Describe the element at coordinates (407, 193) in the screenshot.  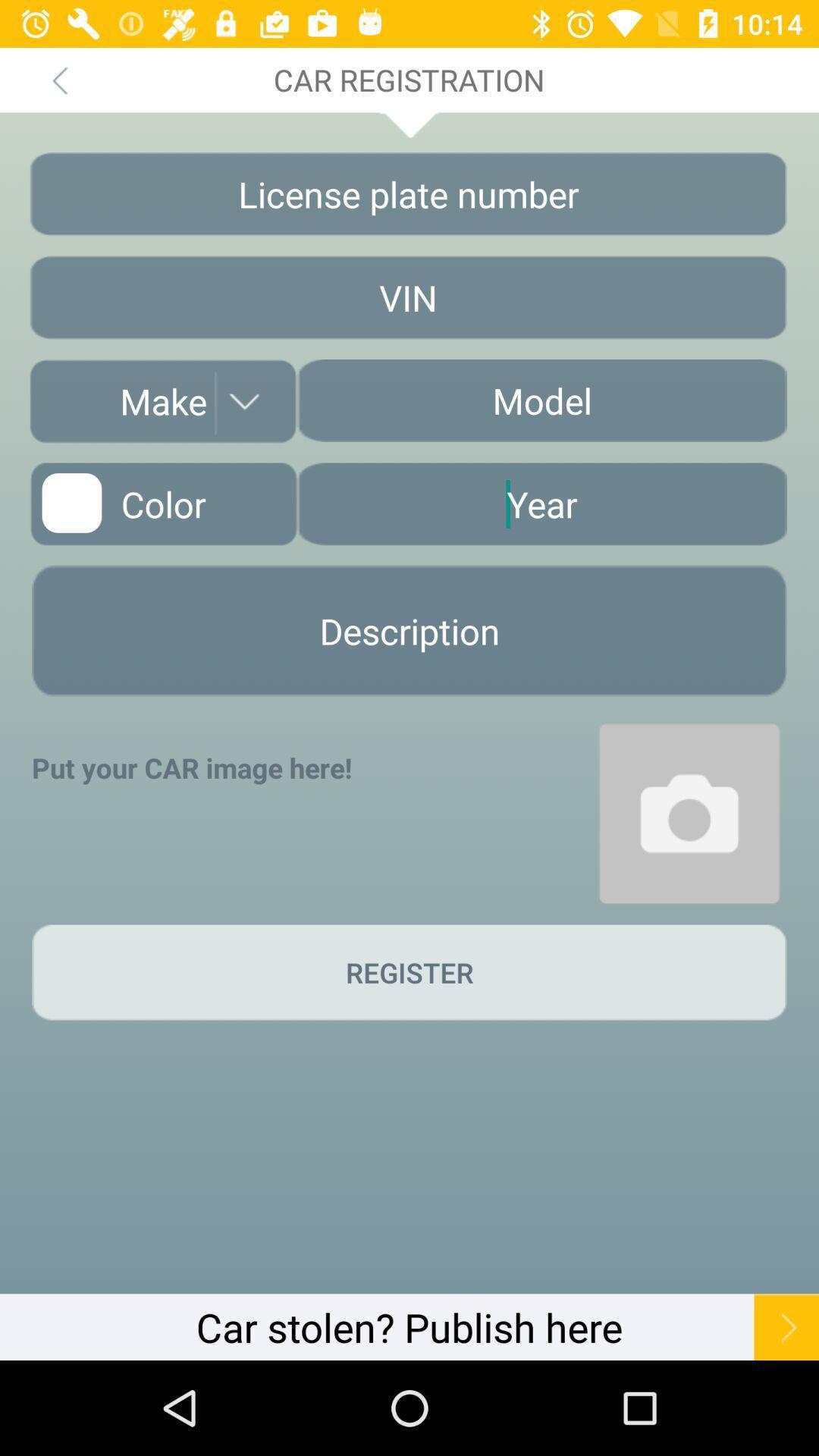
I see `license plate number` at that location.